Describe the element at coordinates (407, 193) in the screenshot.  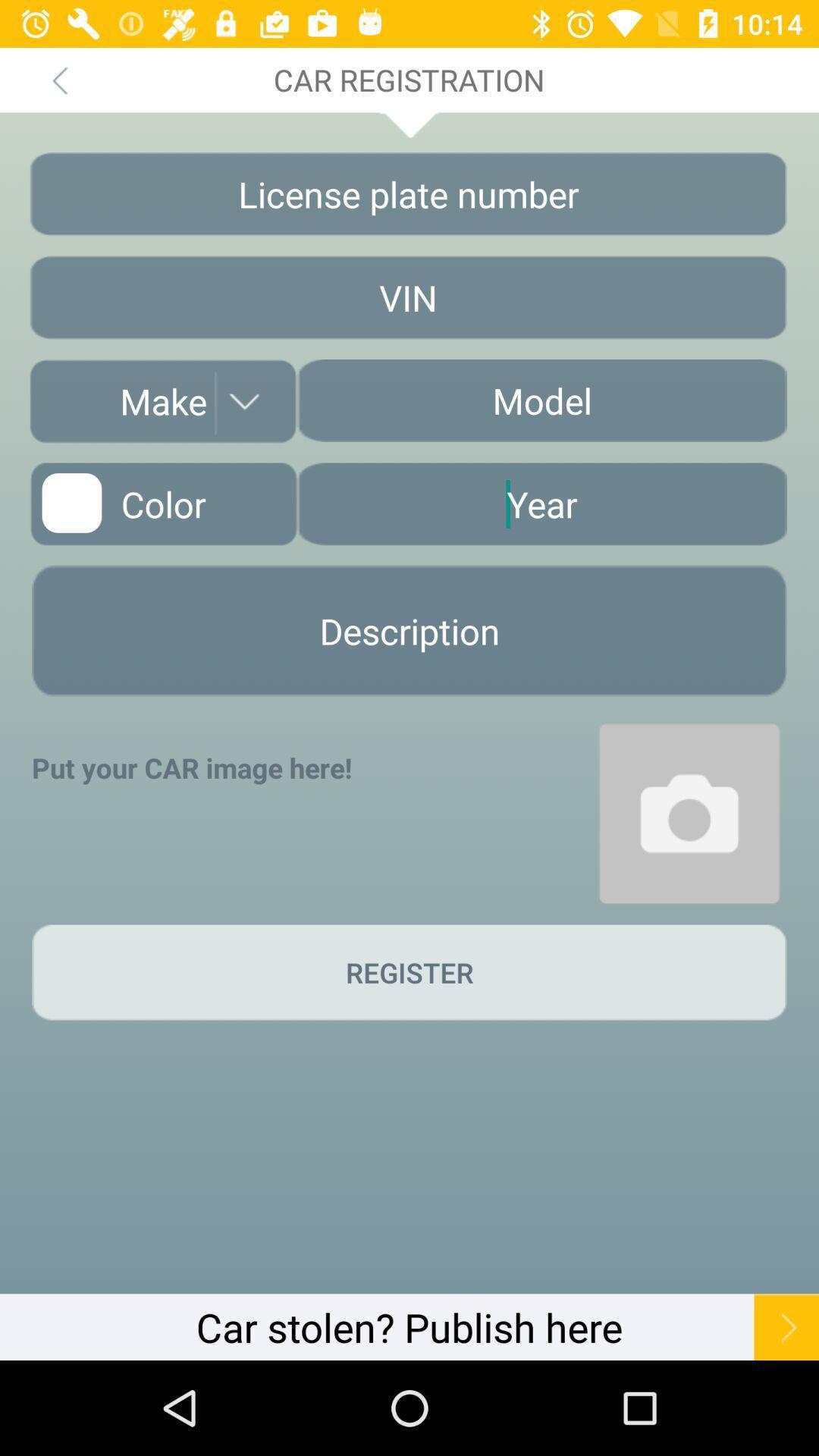
I see `license plate number` at that location.